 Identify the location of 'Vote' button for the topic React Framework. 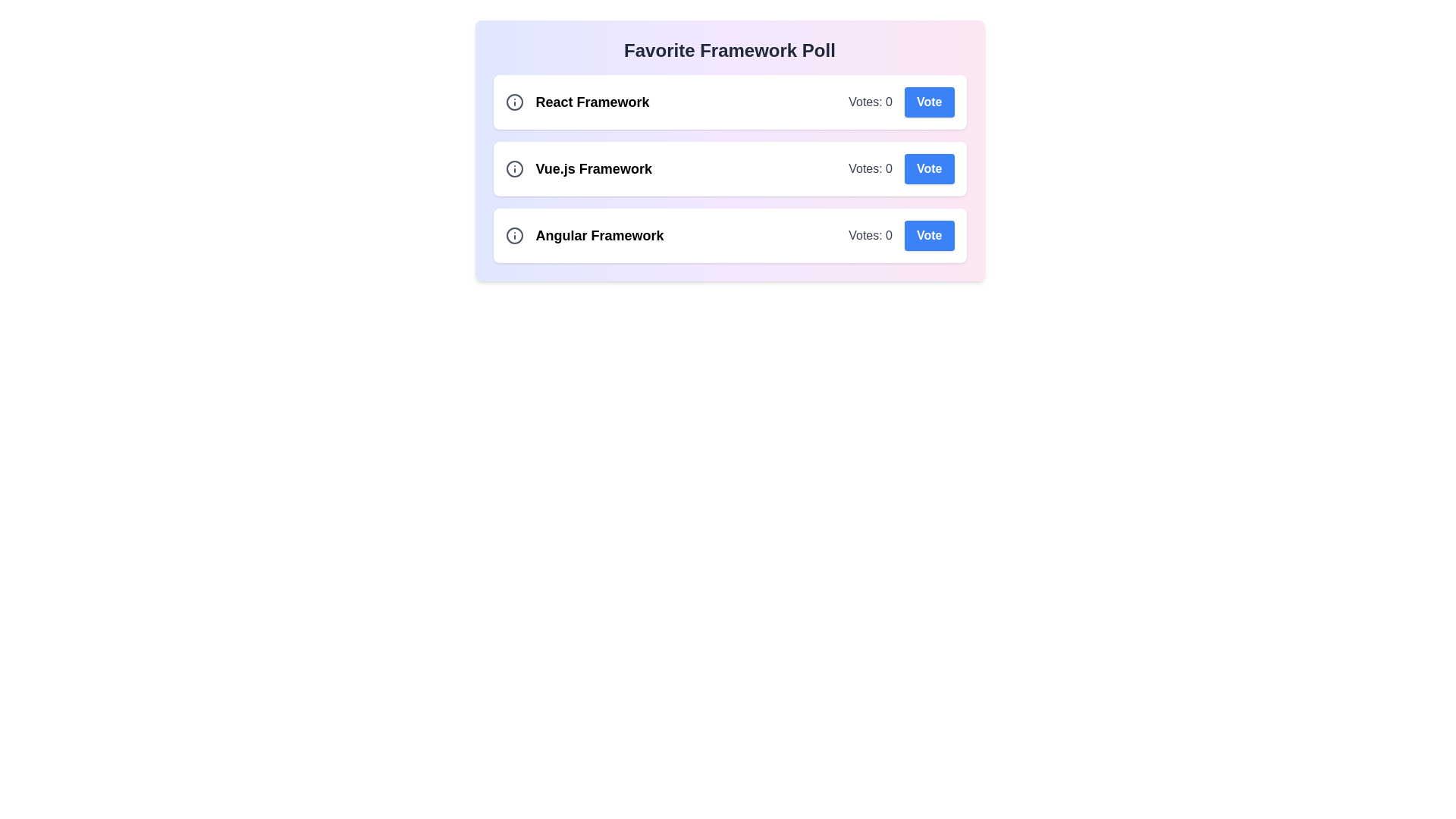
(928, 102).